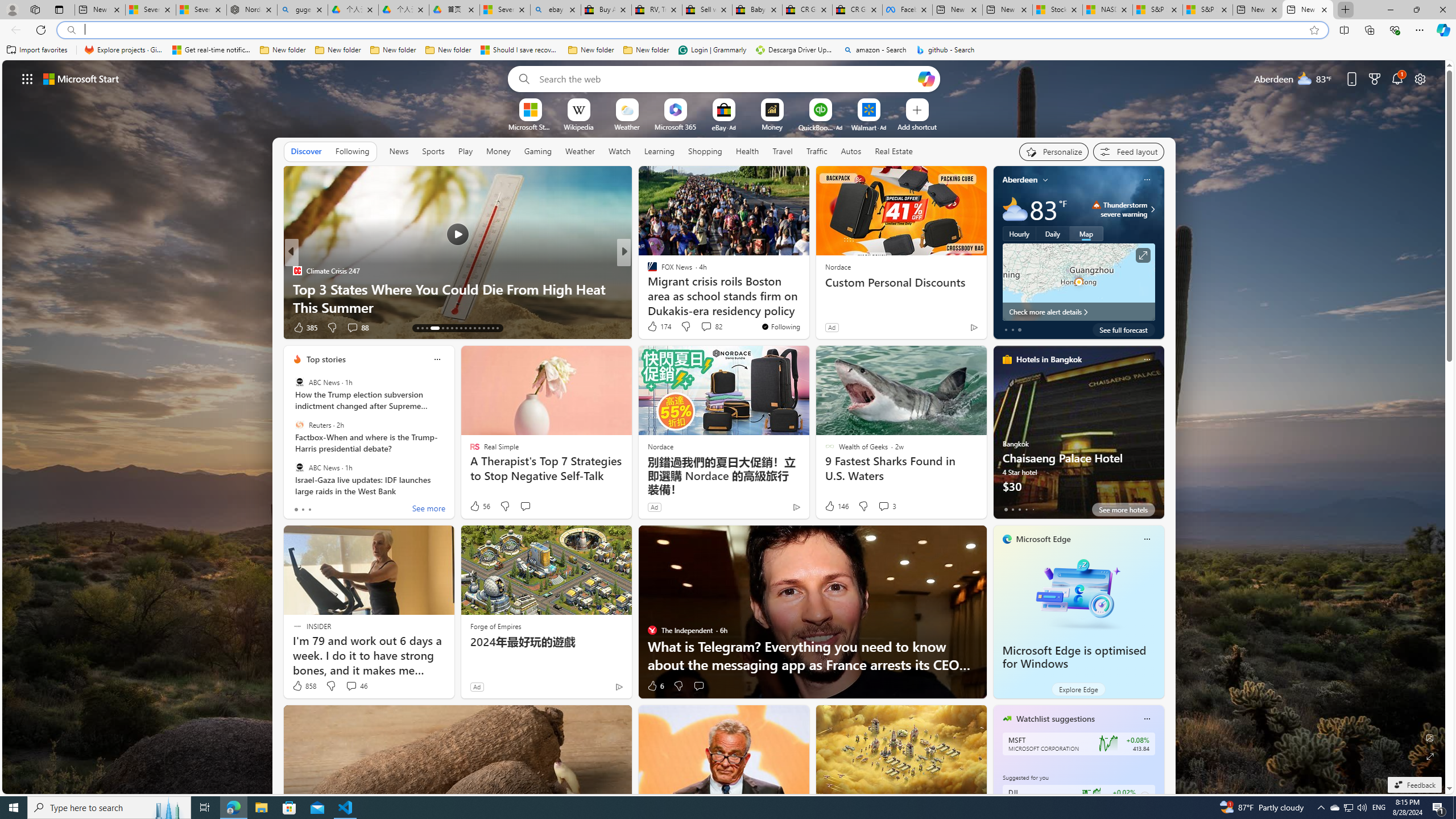  Describe the element at coordinates (655, 327) in the screenshot. I see `'311 Like'` at that location.